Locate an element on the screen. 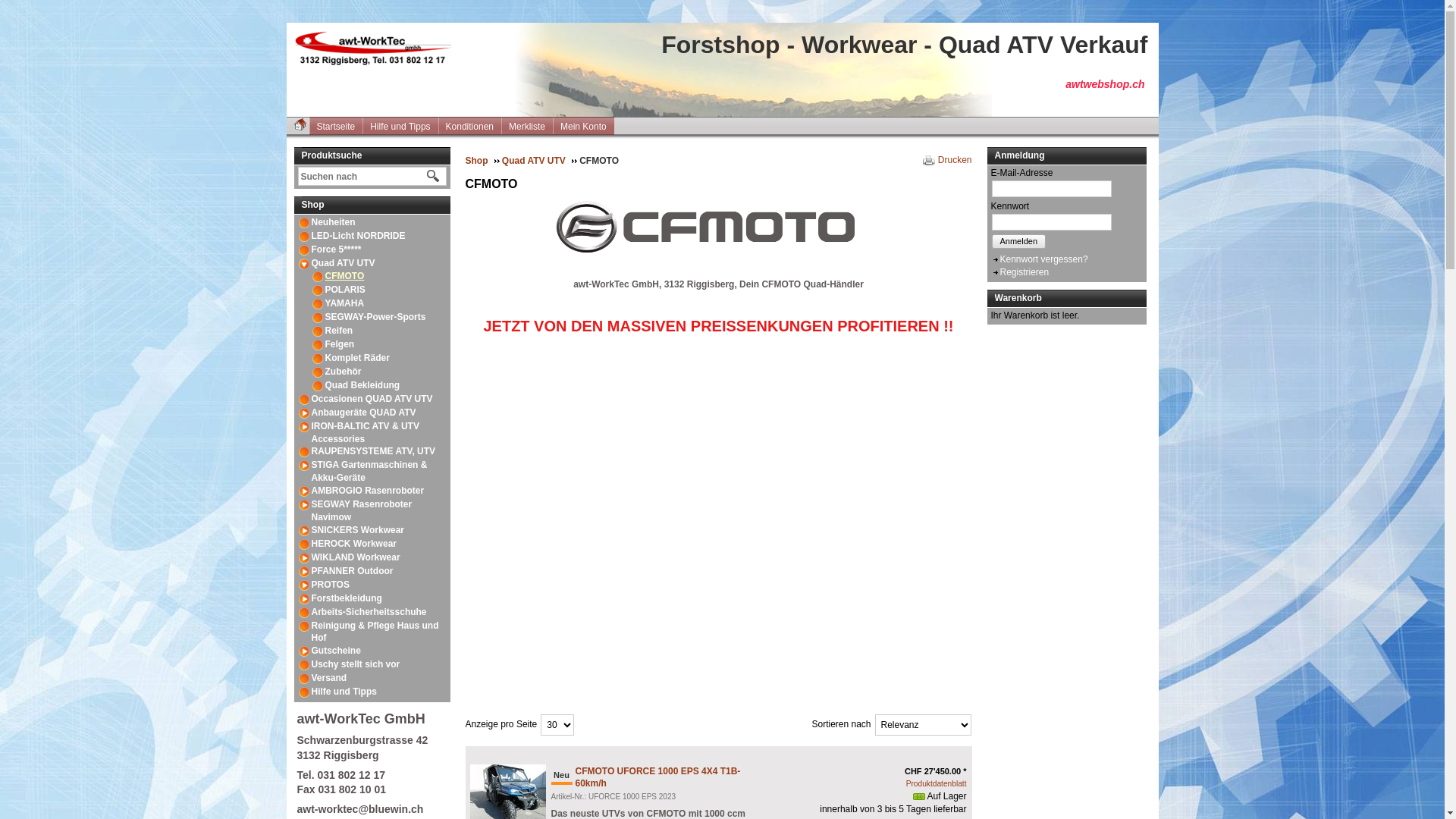 Image resolution: width=1456 pixels, height=819 pixels. 'IRON-BALTIC ATV & UTV Accessories' is located at coordinates (364, 432).